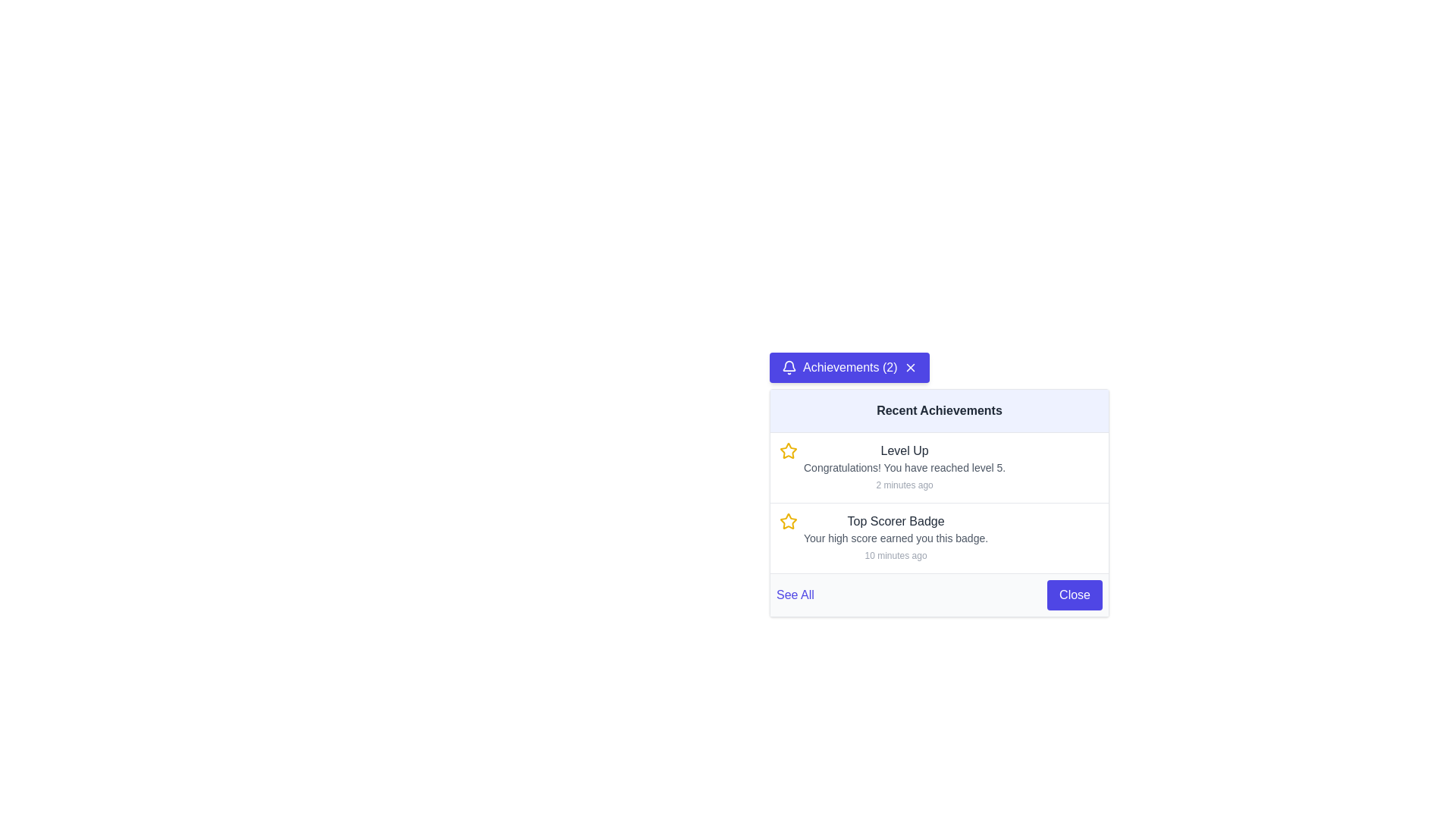  What do you see at coordinates (905, 467) in the screenshot?
I see `notification details of the 'Level Up' notification in the Recent Achievements section, which includes the title 'Level Up', the message 'Congratulations! You have reached level 5.', and the timestamp '2 minutes ago'` at bounding box center [905, 467].